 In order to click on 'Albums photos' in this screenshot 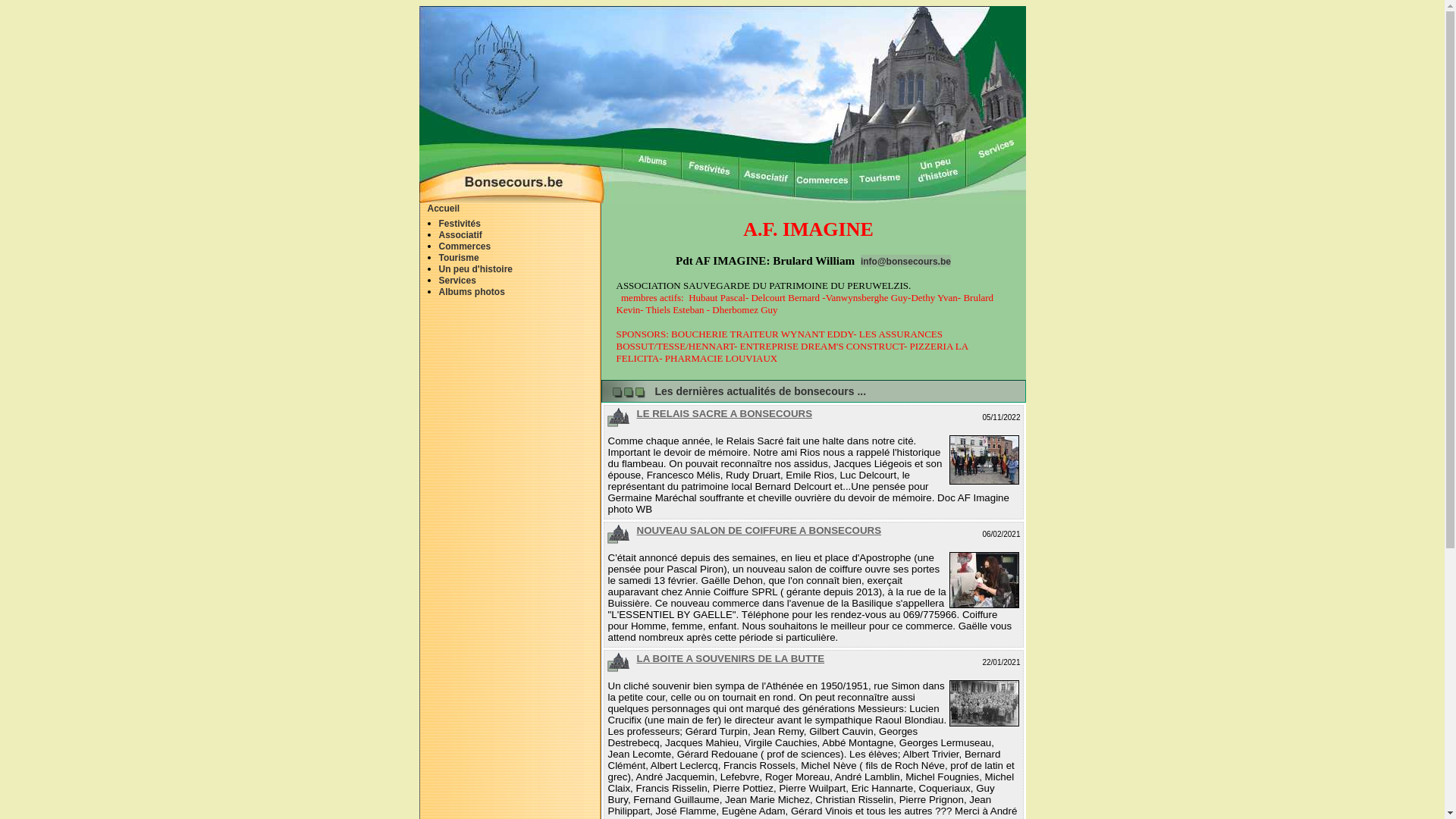, I will do `click(470, 292)`.